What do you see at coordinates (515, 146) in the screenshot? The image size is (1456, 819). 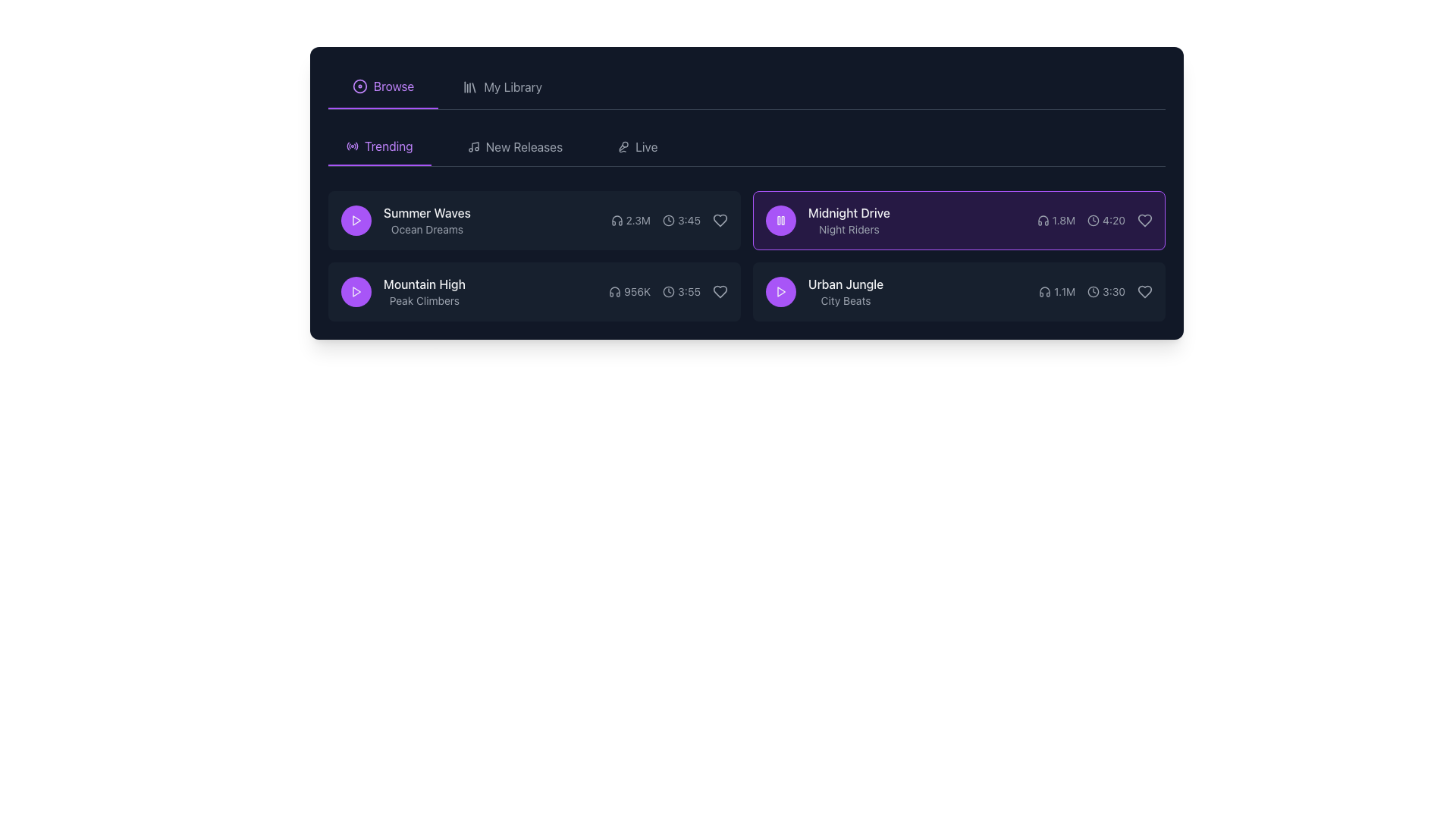 I see `the 'New Releases' button located in the navigation bar, which features a musical note icon and changes color on hover` at bounding box center [515, 146].